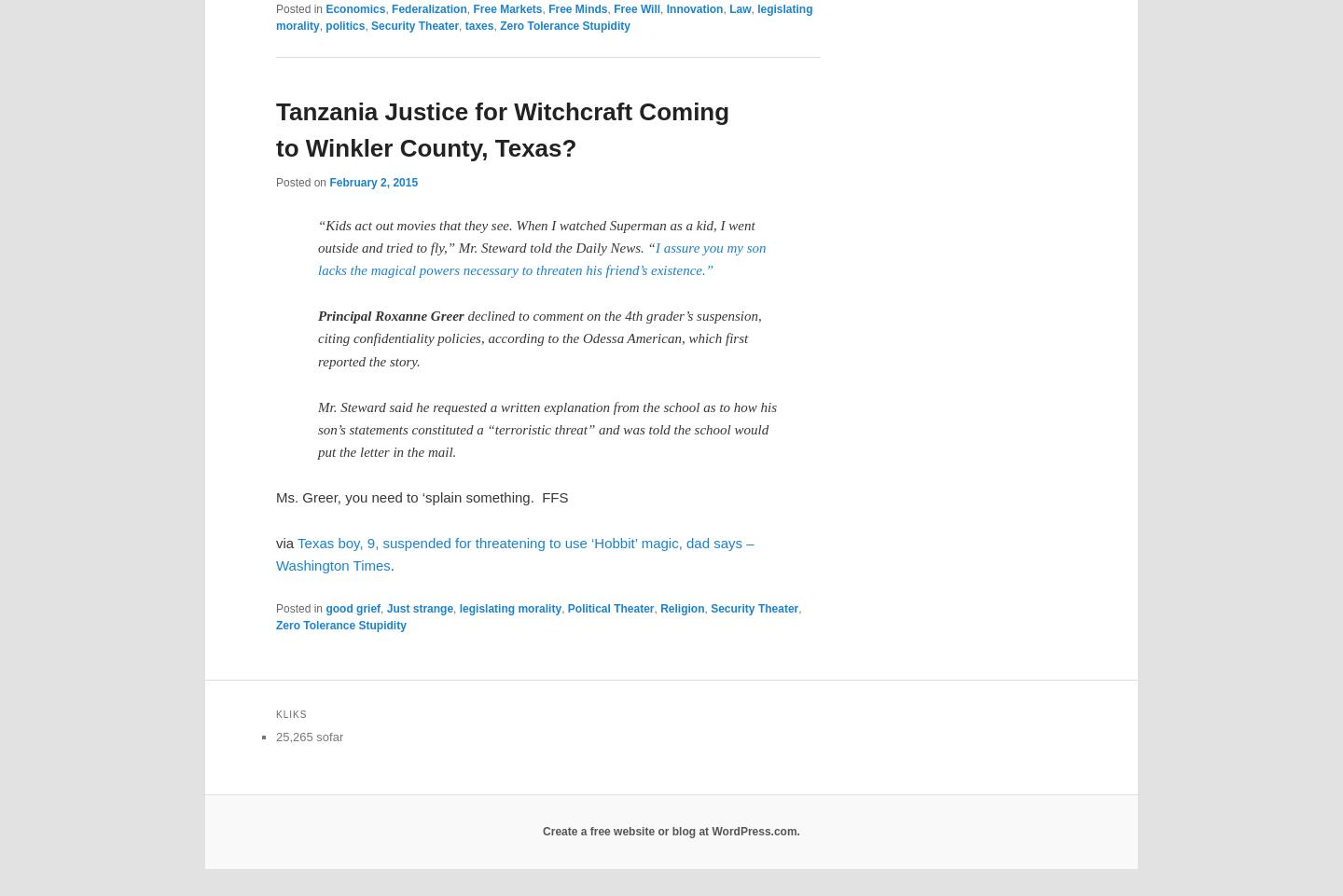 Image resolution: width=1343 pixels, height=896 pixels. I want to click on 'Texas boy, 9, suspended for threatening to use ‘Hobbit’ magic, dad says – Washington Times', so click(275, 553).